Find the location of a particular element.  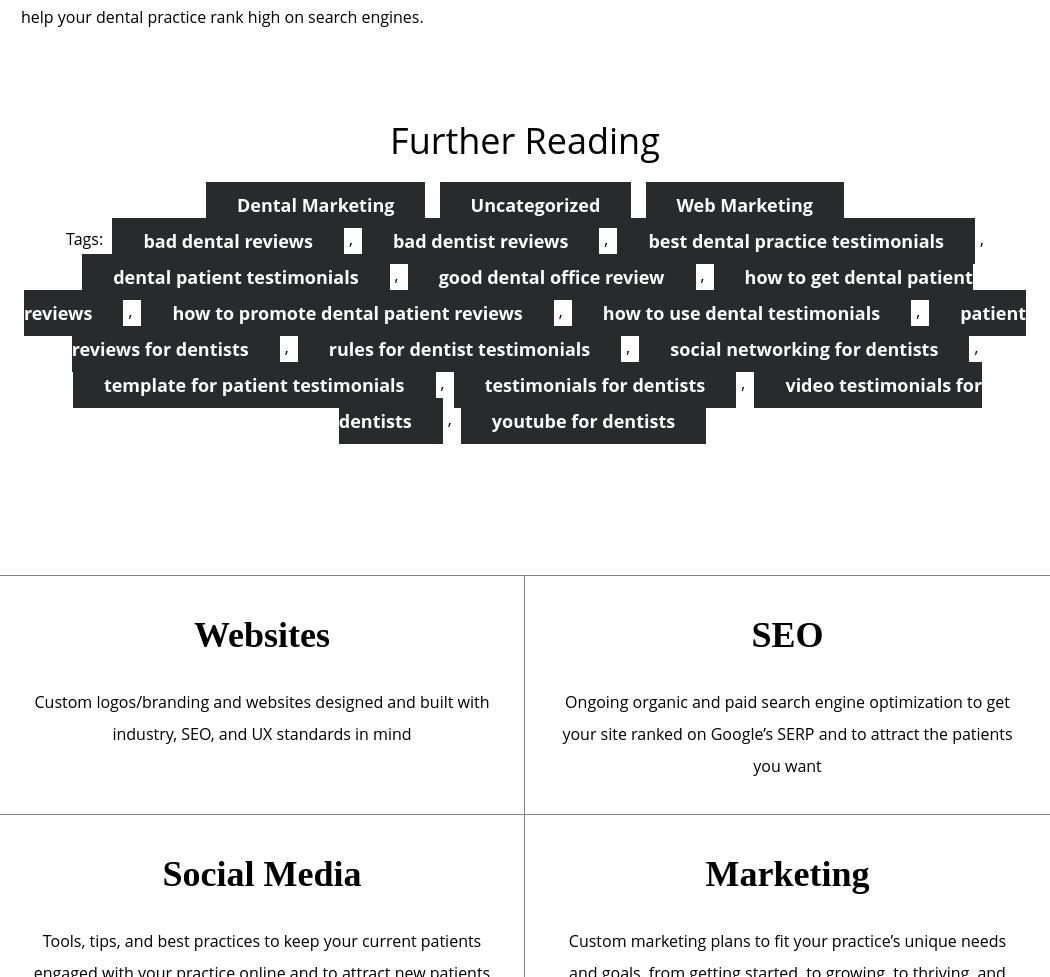

'template for patient testimonials' is located at coordinates (253, 385).